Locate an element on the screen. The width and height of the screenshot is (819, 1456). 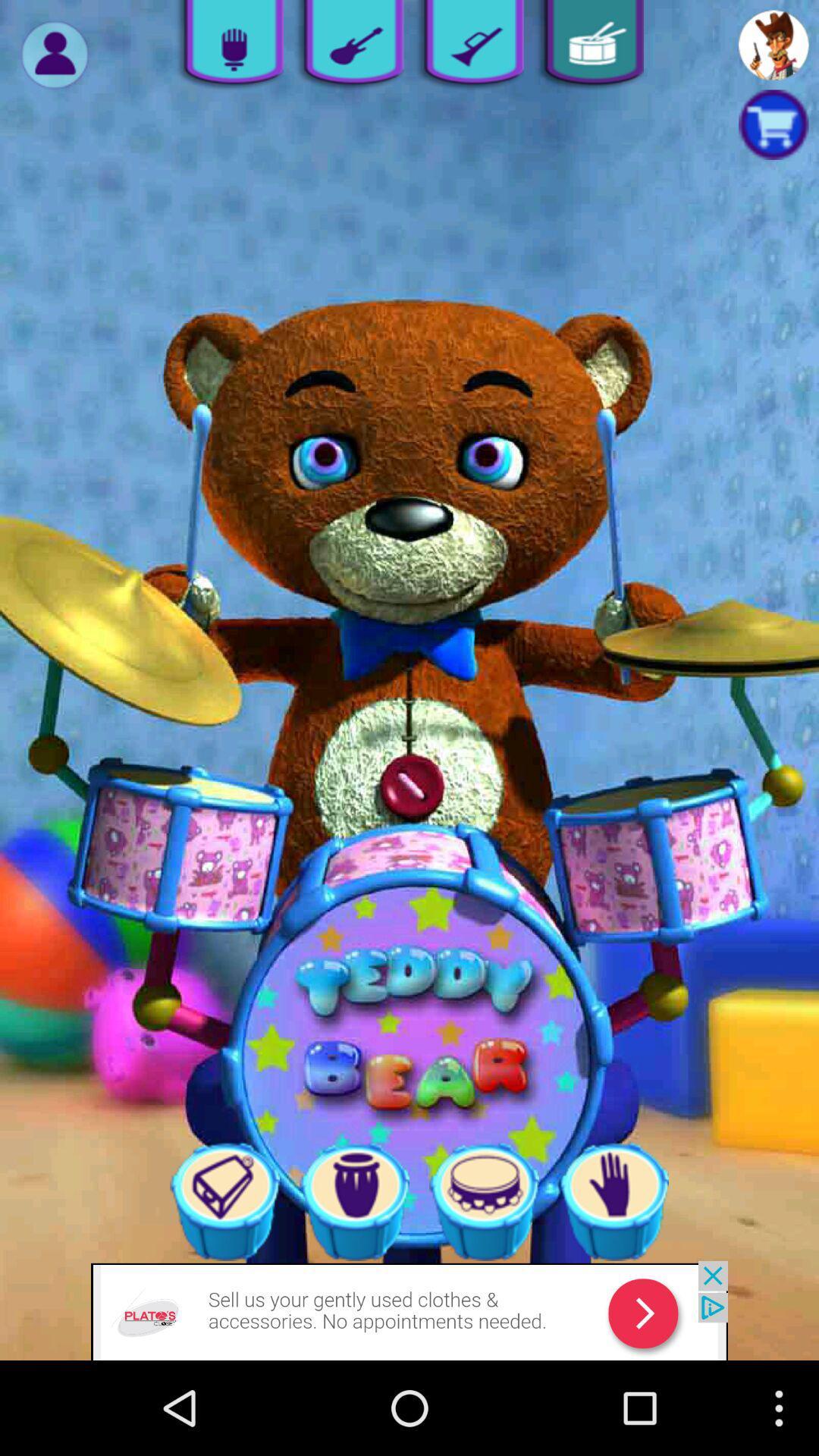
the cart icon is located at coordinates (773, 133).